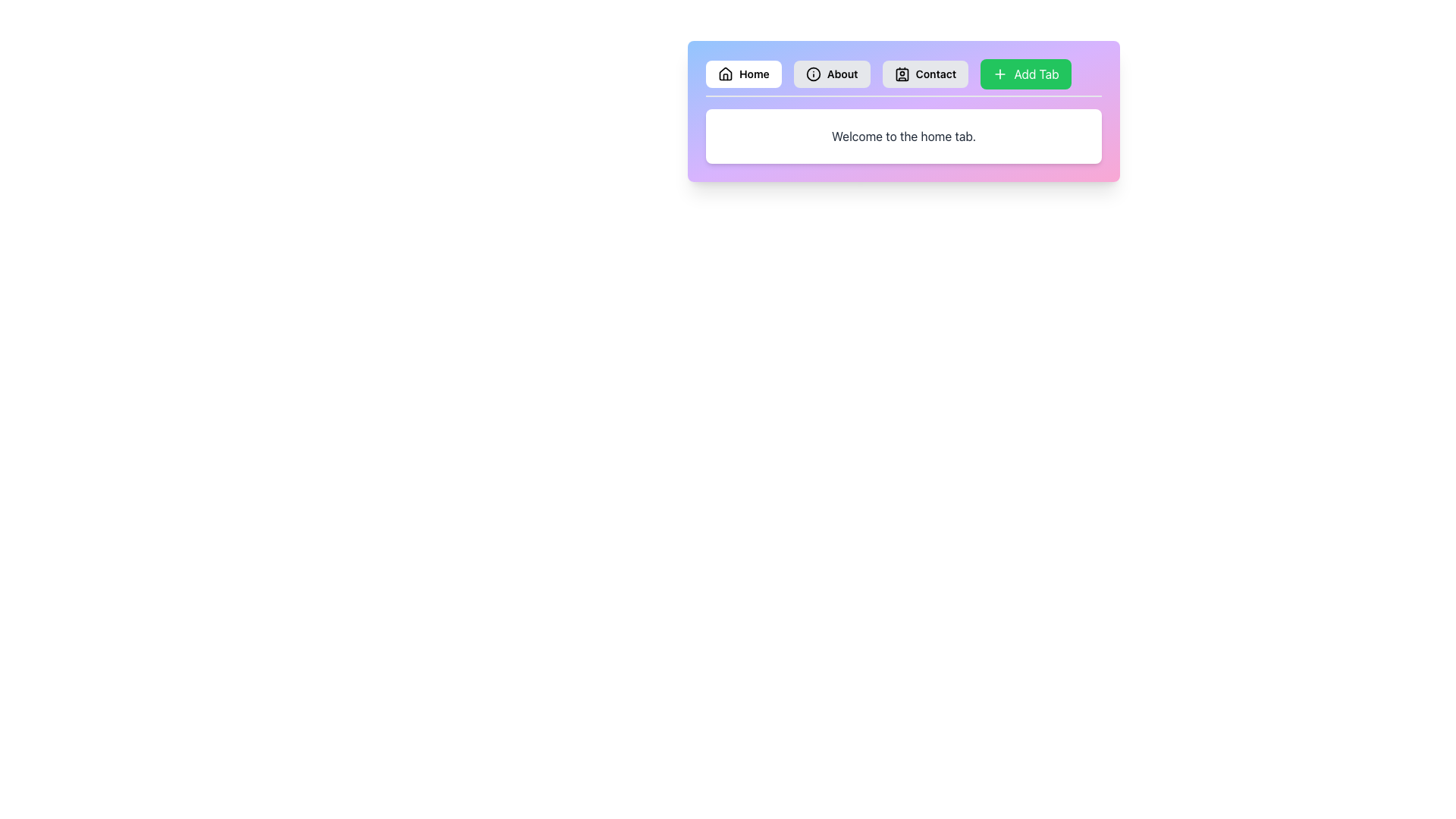  What do you see at coordinates (724, 74) in the screenshot?
I see `the 'Home' icon, which is located at the leftmost part of the 'Home' button next to the text label 'Home'` at bounding box center [724, 74].